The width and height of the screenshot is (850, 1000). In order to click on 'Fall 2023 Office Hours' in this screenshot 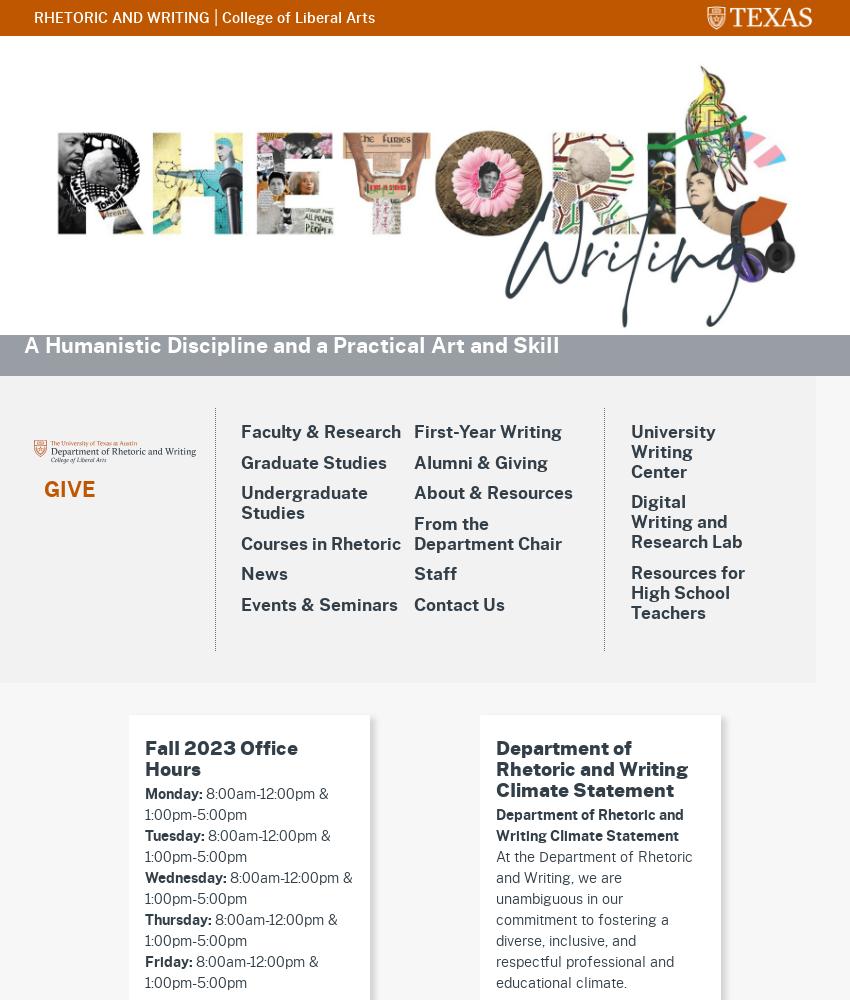, I will do `click(220, 760)`.